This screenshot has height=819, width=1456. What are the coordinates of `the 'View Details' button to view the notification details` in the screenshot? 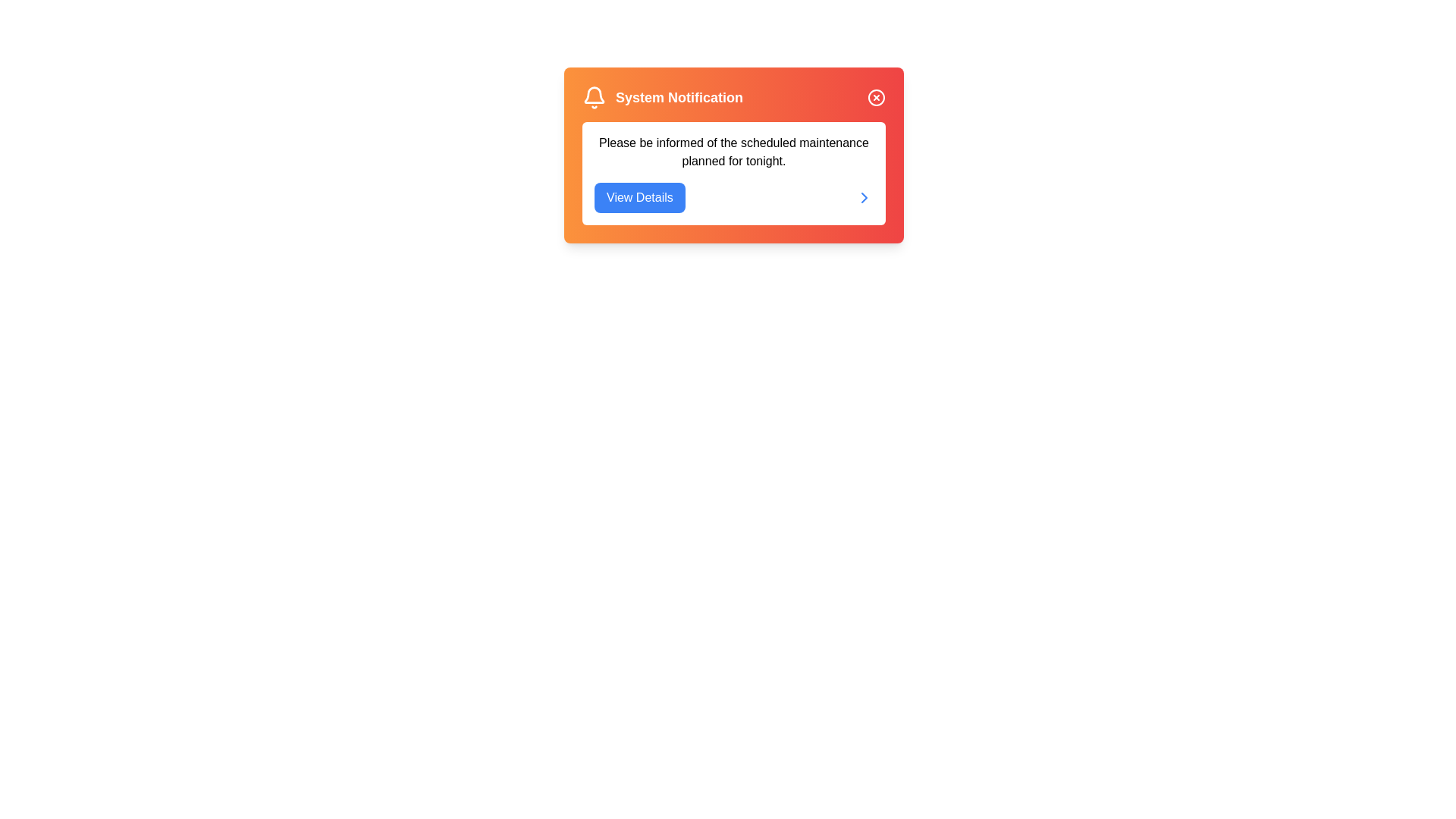 It's located at (639, 197).